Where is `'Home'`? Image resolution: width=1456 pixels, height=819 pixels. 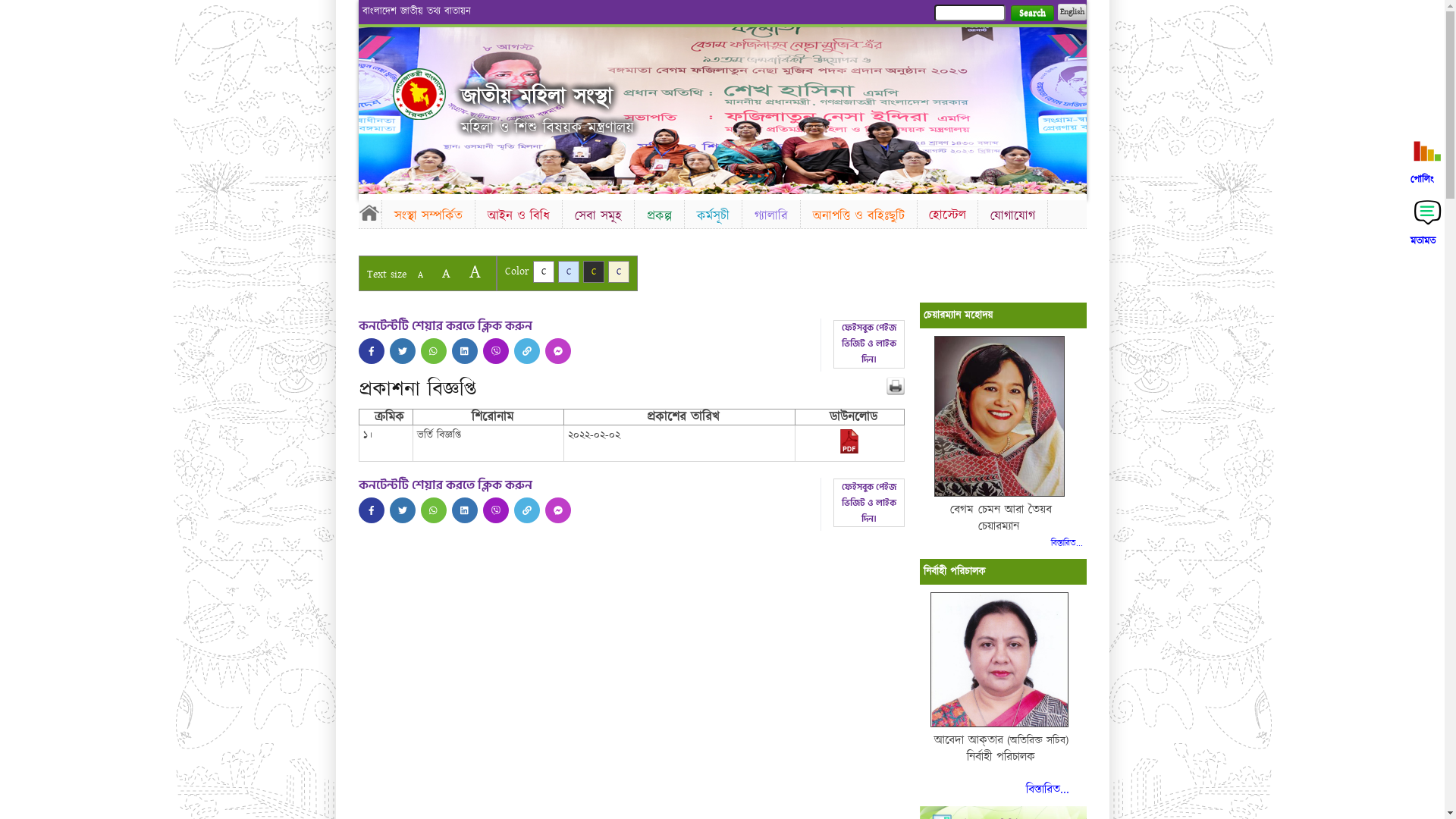
'Home' is located at coordinates (369, 212).